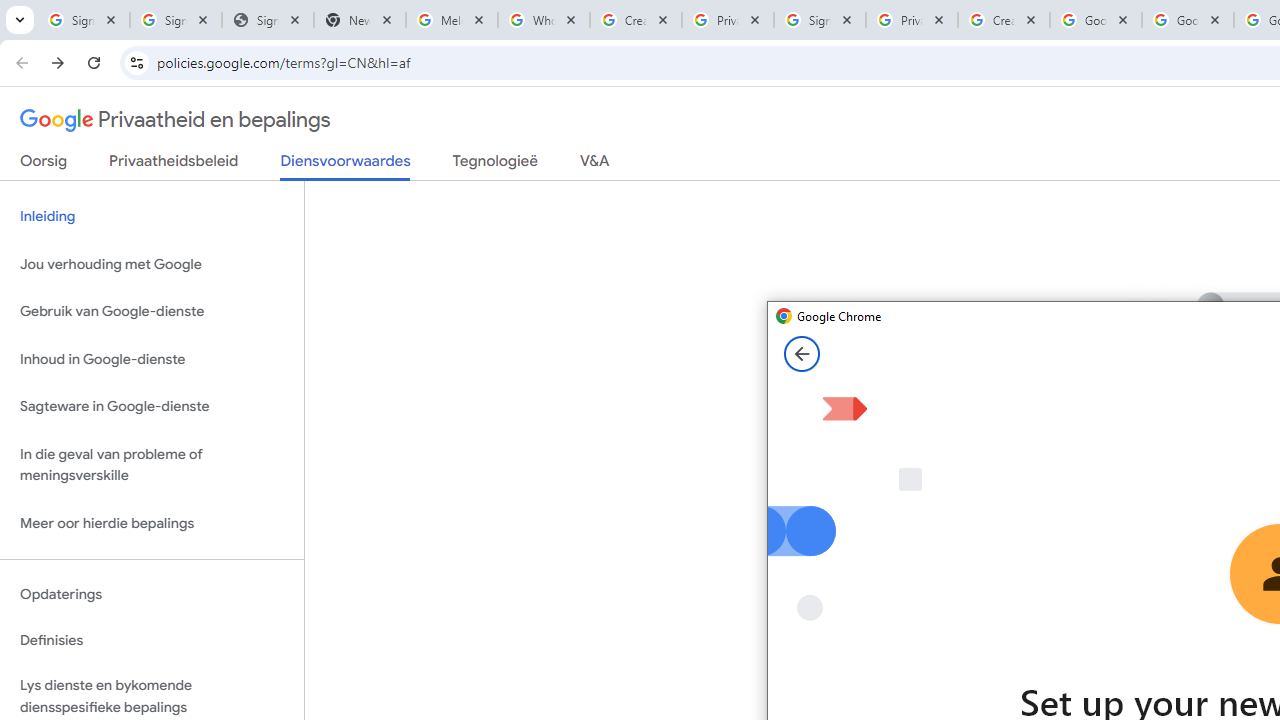 This screenshot has height=720, width=1280. What do you see at coordinates (801, 353) in the screenshot?
I see `'Back from Set up your new Chrome profile page'` at bounding box center [801, 353].